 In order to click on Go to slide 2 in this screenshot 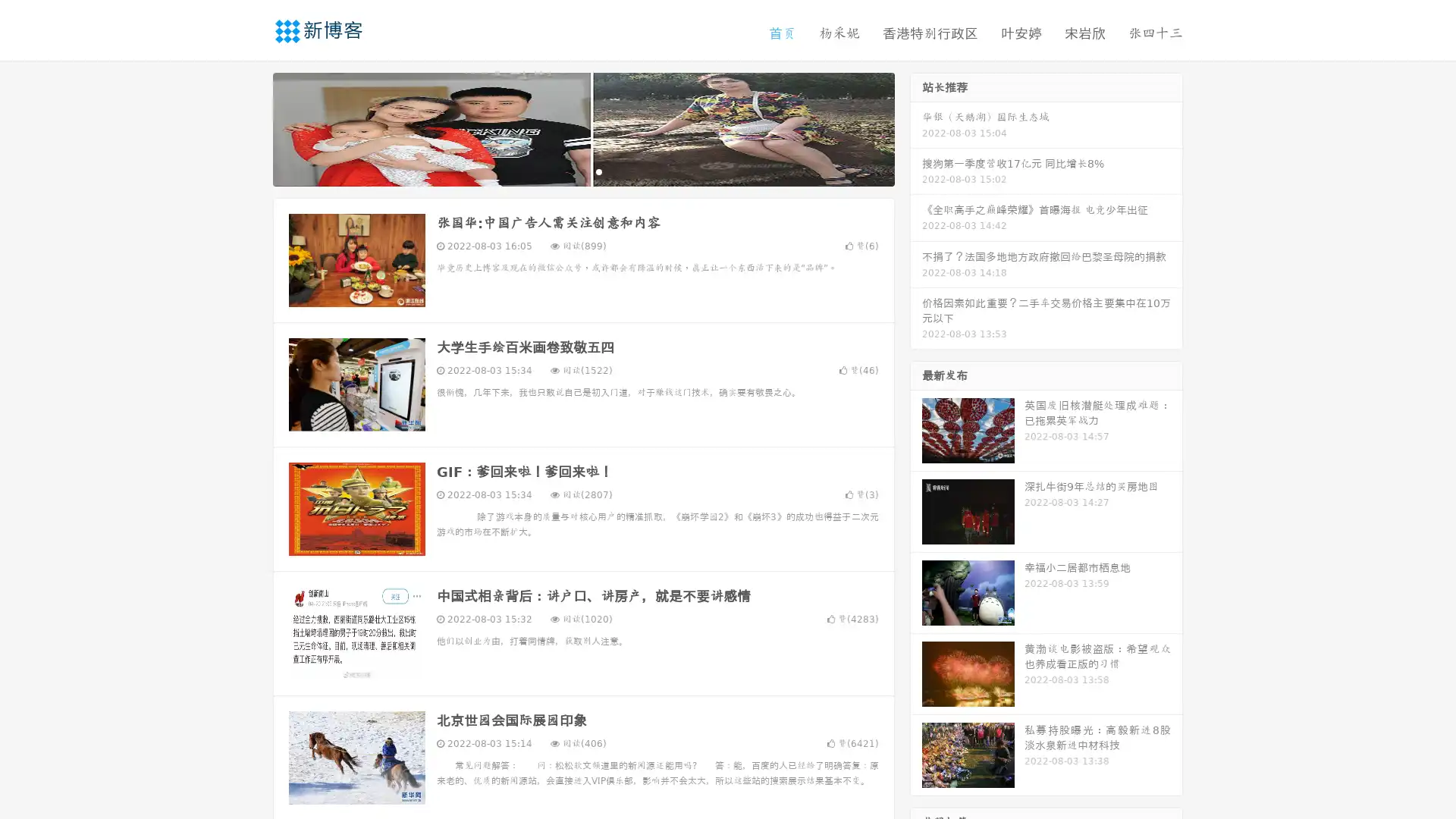, I will do `click(582, 171)`.